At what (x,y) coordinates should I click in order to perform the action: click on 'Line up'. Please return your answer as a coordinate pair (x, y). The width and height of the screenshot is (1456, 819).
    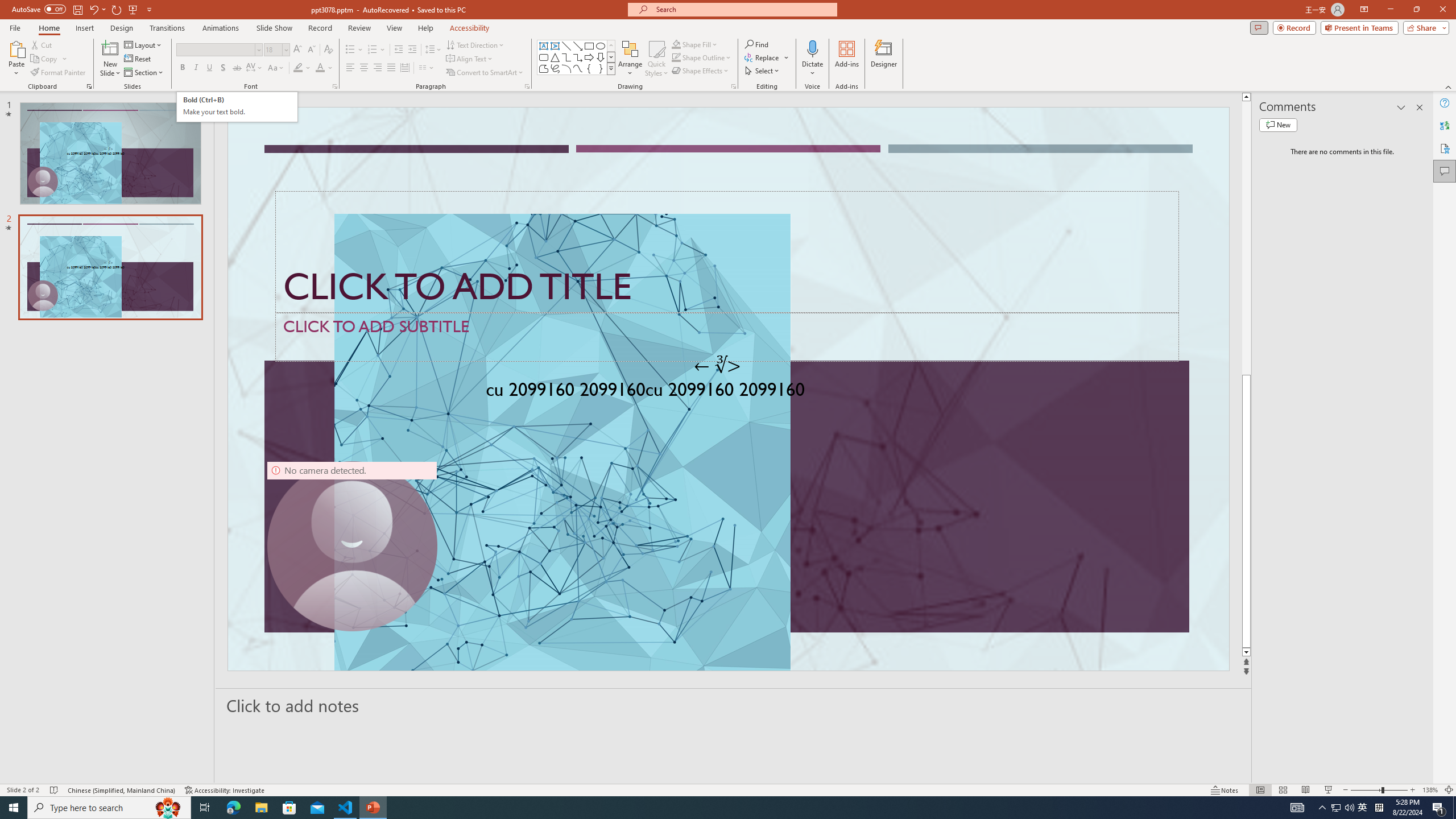
    Looking at the image, I should click on (1246, 96).